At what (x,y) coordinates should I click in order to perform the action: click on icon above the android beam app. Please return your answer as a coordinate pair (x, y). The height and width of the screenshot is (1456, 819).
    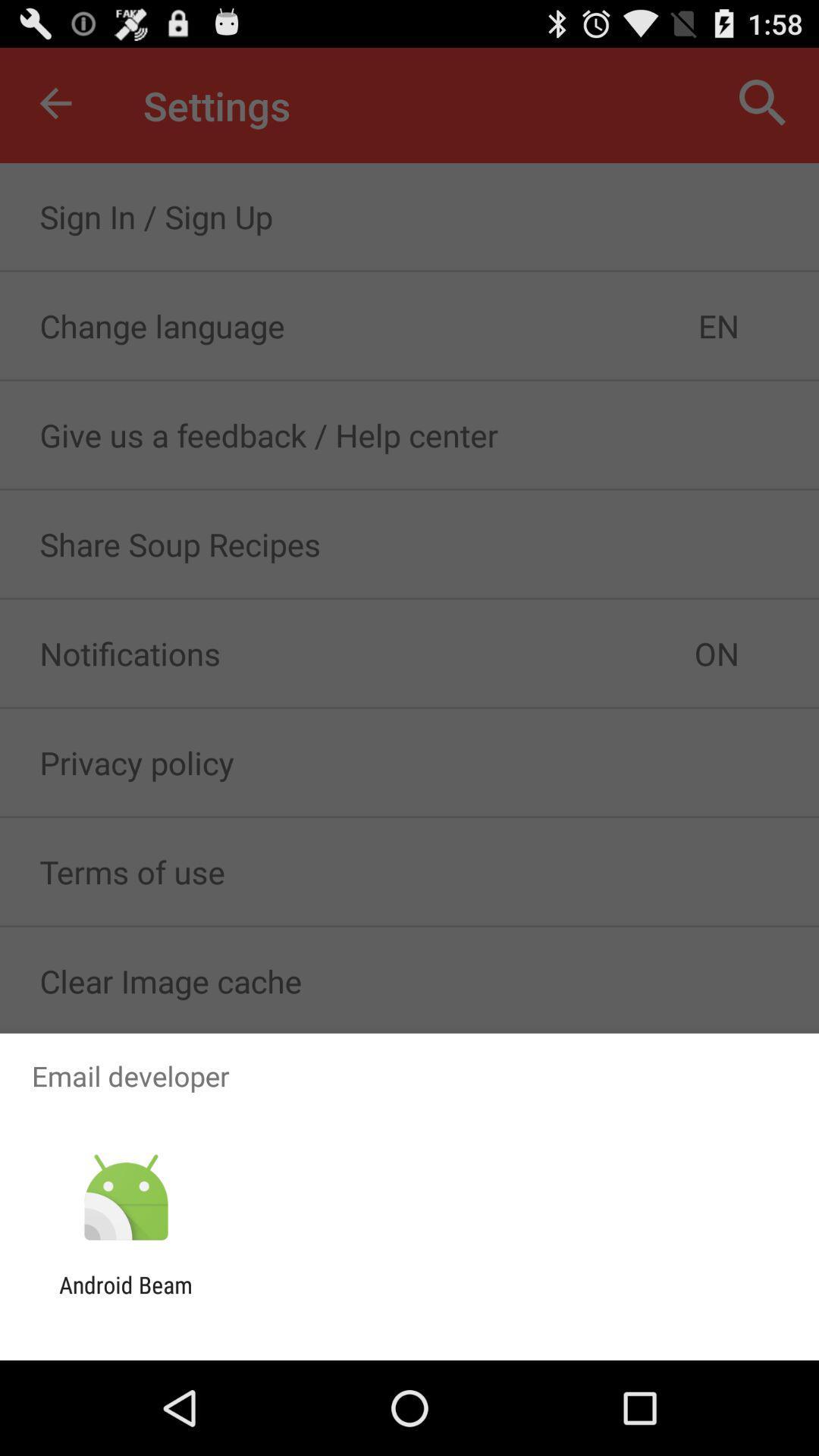
    Looking at the image, I should click on (125, 1197).